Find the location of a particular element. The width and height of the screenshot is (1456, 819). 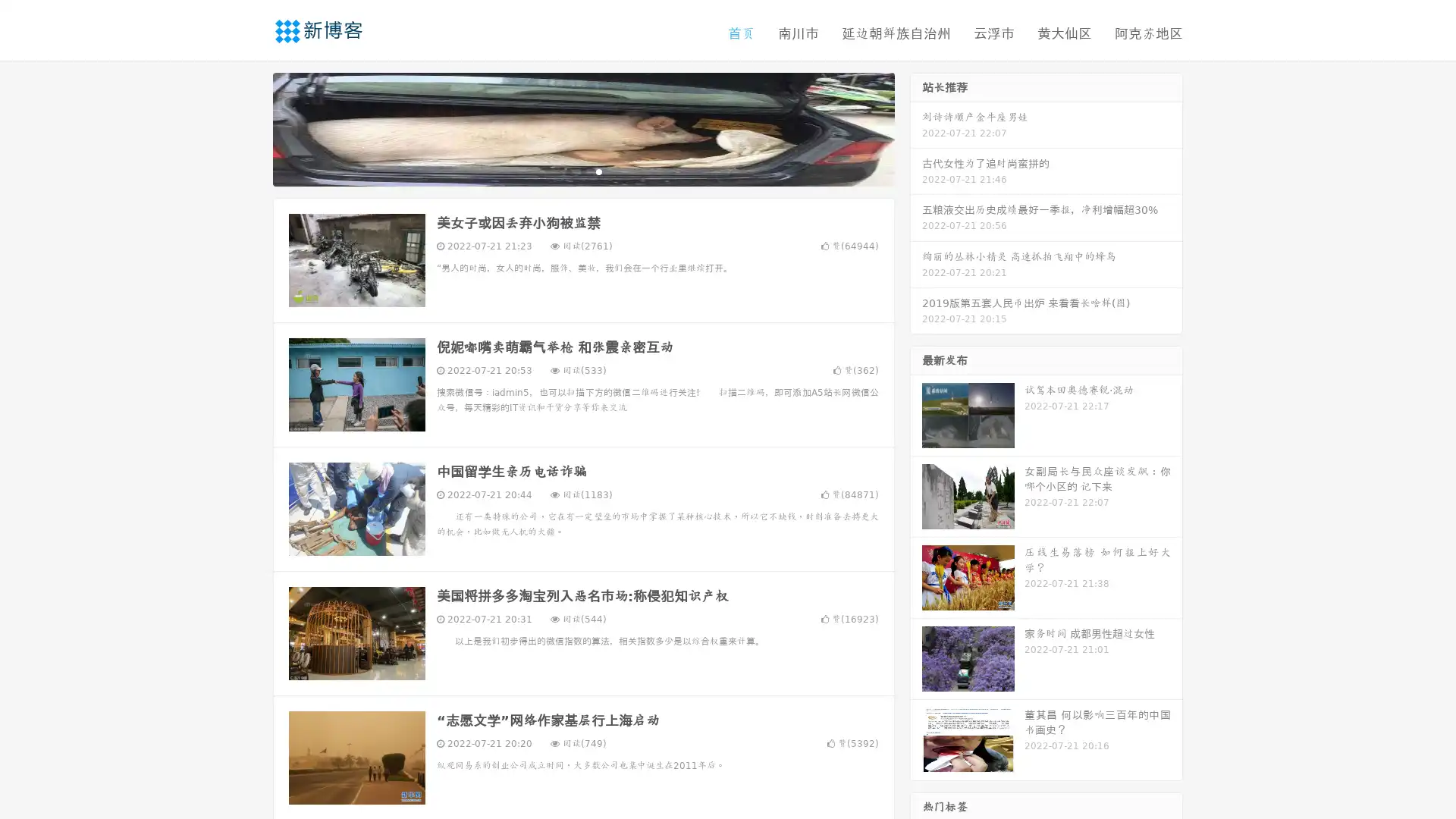

Previous slide is located at coordinates (250, 127).